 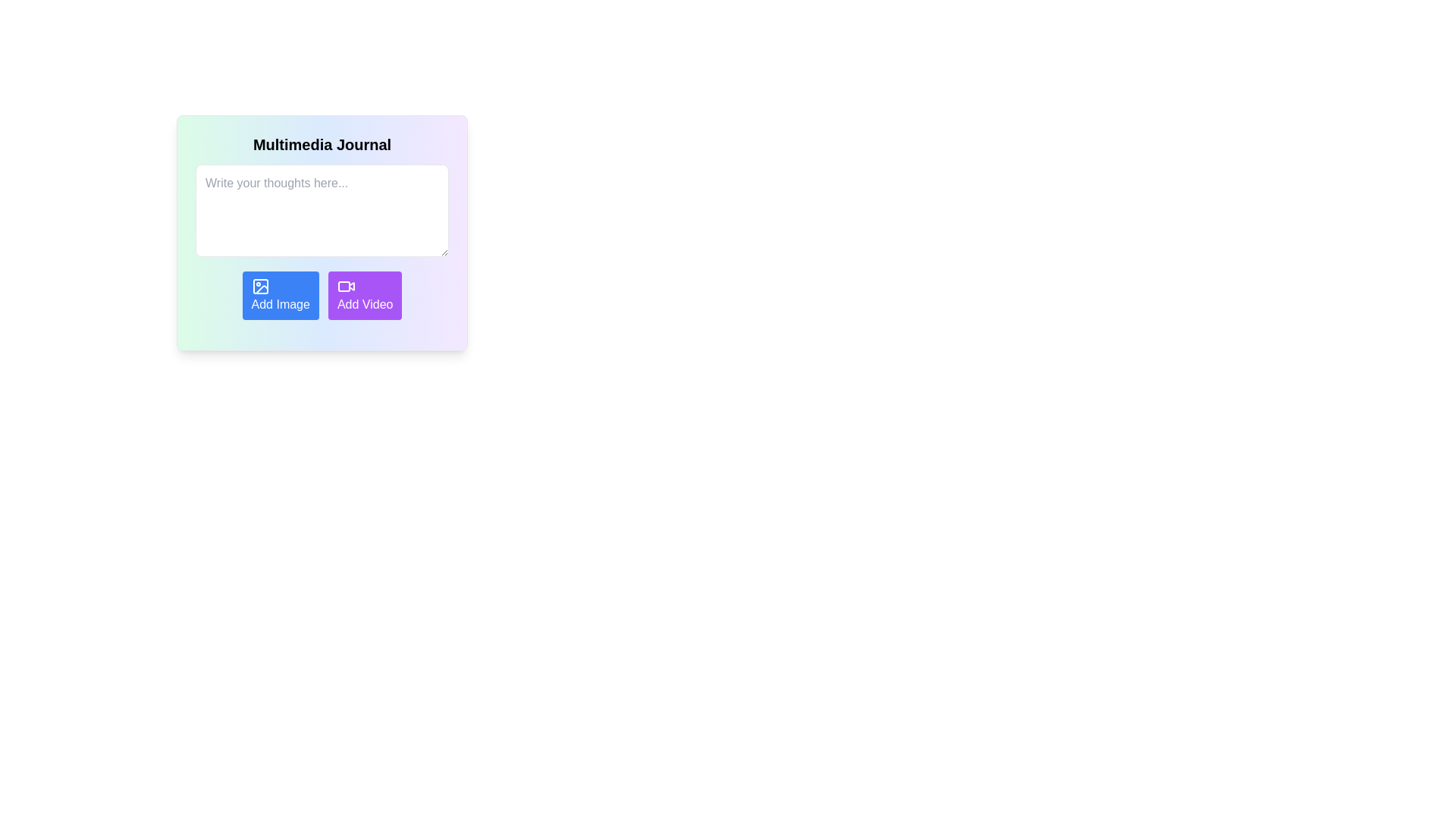 What do you see at coordinates (343, 287) in the screenshot?
I see `the icon element which is a purple rectangle with rounded corners inside the 'Add Video' button located at the bottom-right of the 'Multimedia Journal' dialog box` at bounding box center [343, 287].